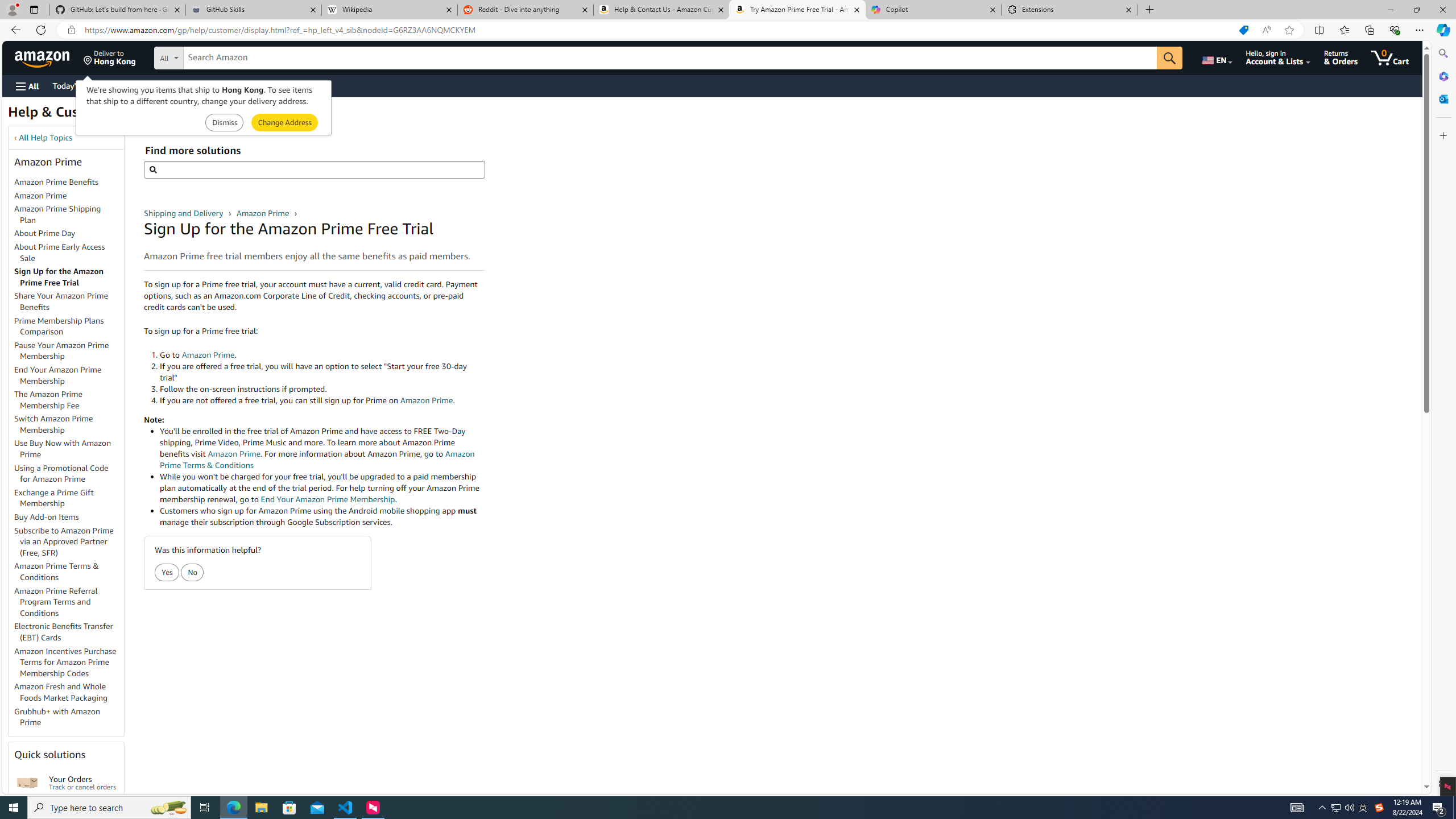 The height and width of the screenshot is (819, 1456). I want to click on 'Shipping and Delivery ', so click(185, 213).